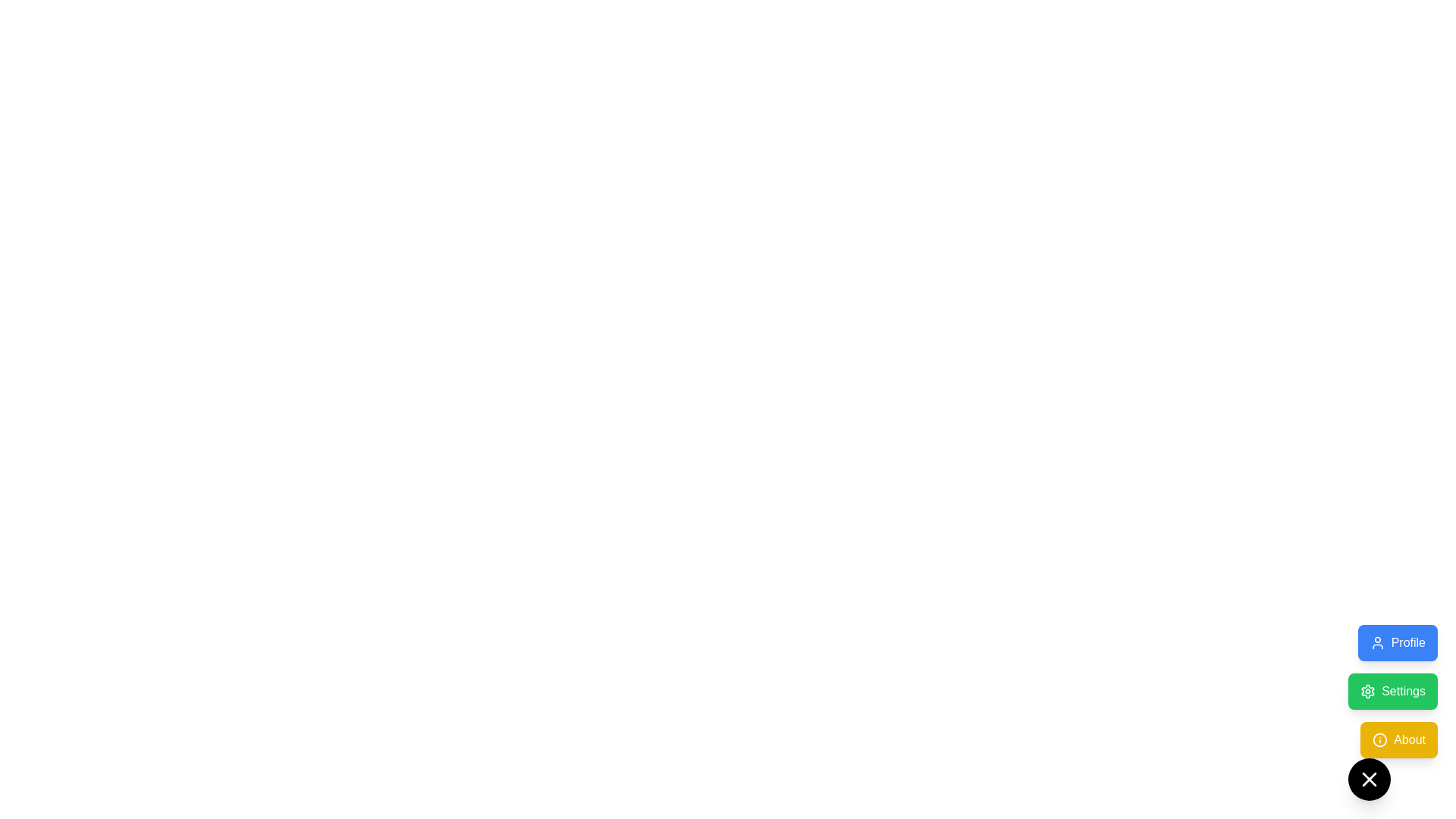  What do you see at coordinates (1393, 691) in the screenshot?
I see `the green rounded rectangular button labeled 'Settings' located` at bounding box center [1393, 691].